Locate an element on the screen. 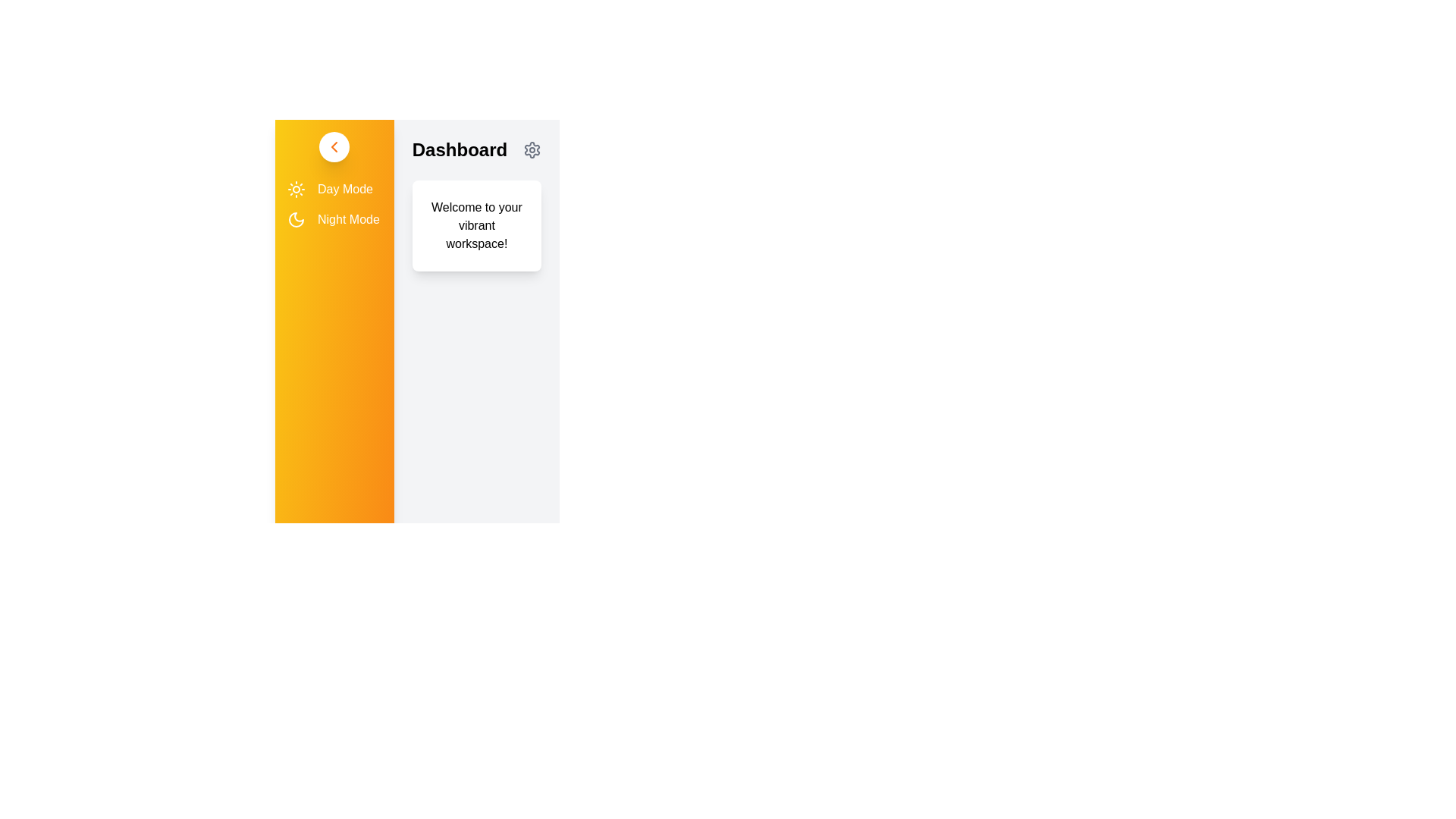 This screenshot has height=819, width=1456. the settings icon in the header to access the settings is located at coordinates (532, 149).